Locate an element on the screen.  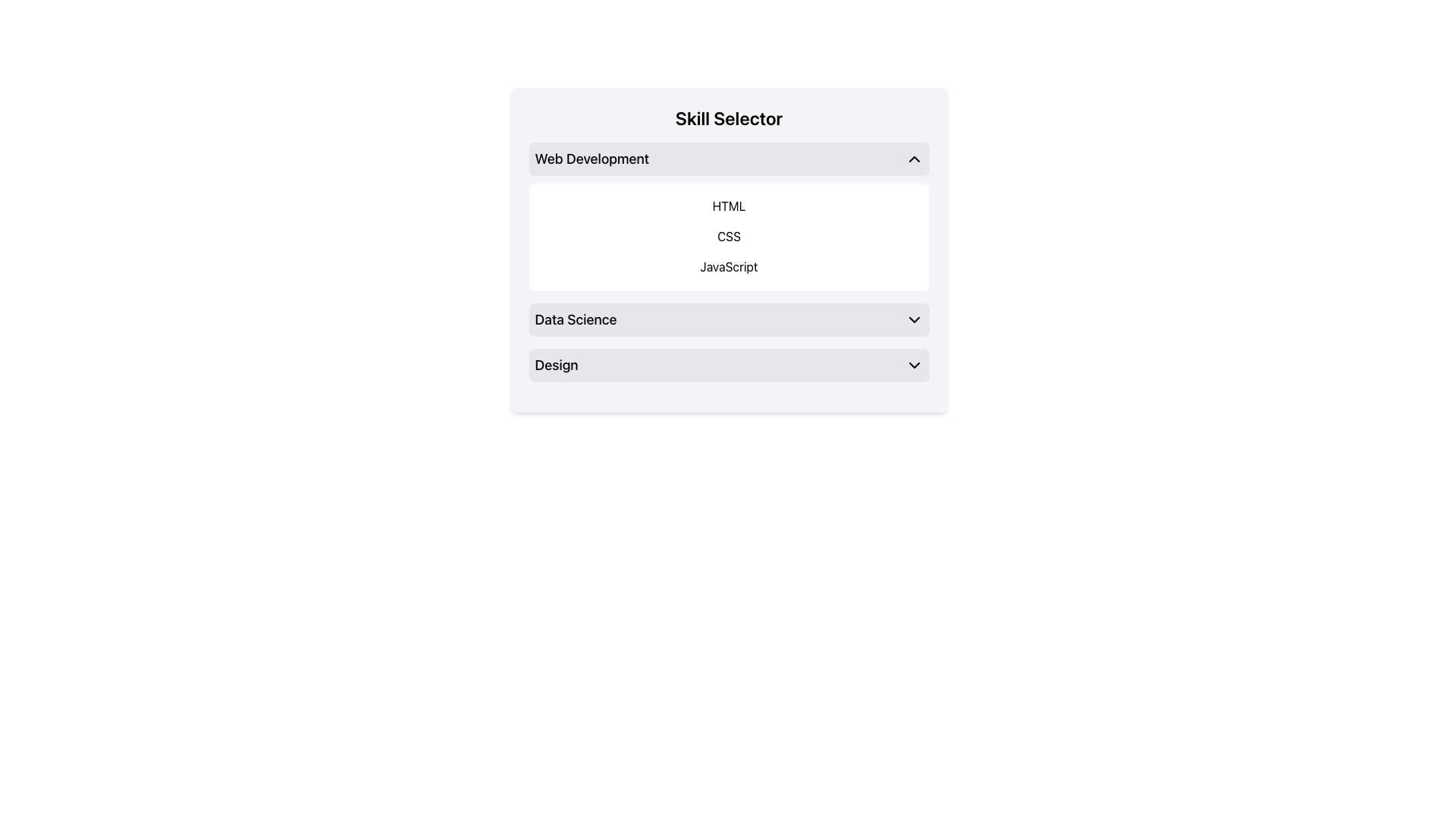
the upward-pointing chevron icon is located at coordinates (913, 158).